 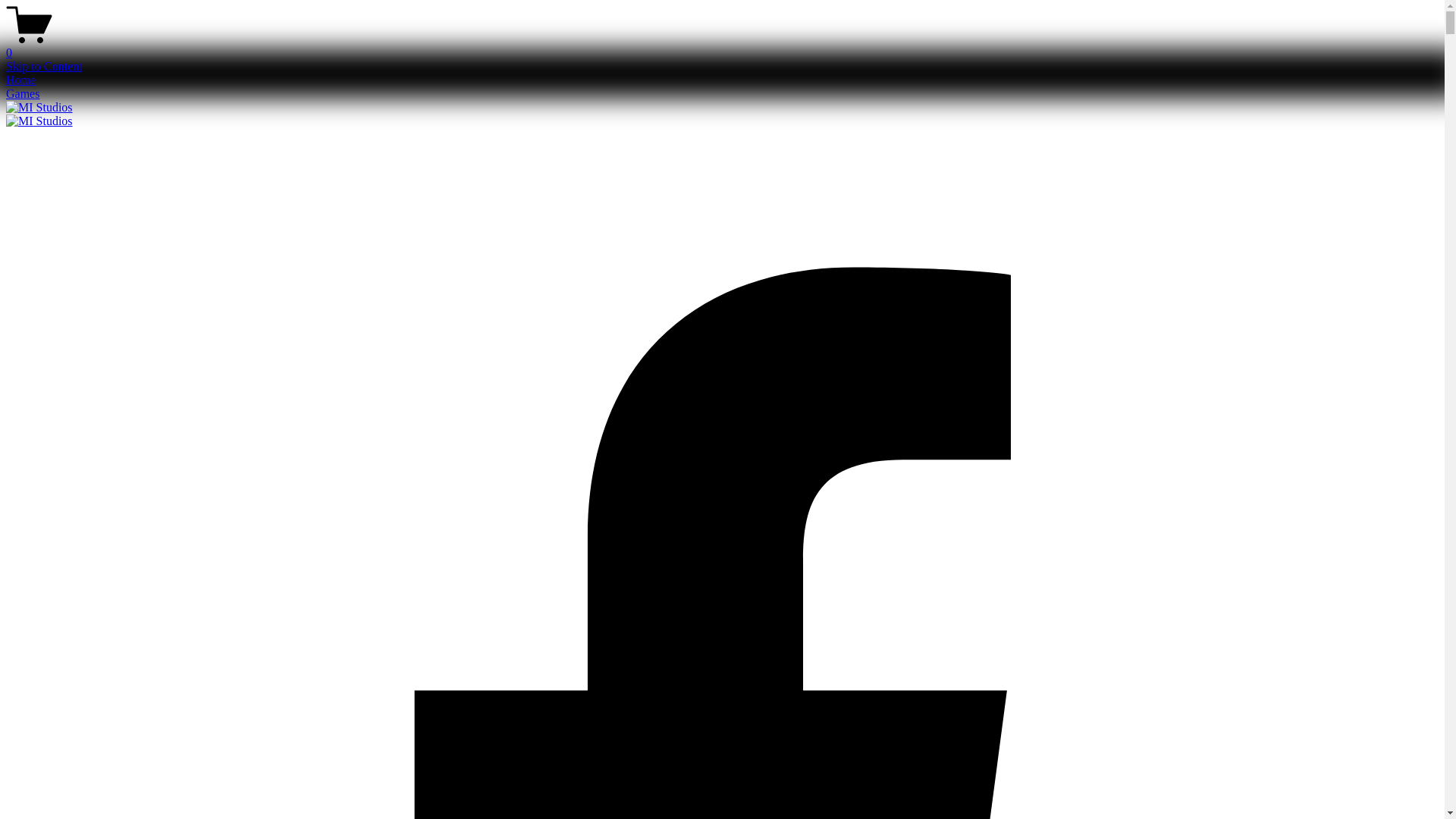 I want to click on 'Skip to Content', so click(x=43, y=65).